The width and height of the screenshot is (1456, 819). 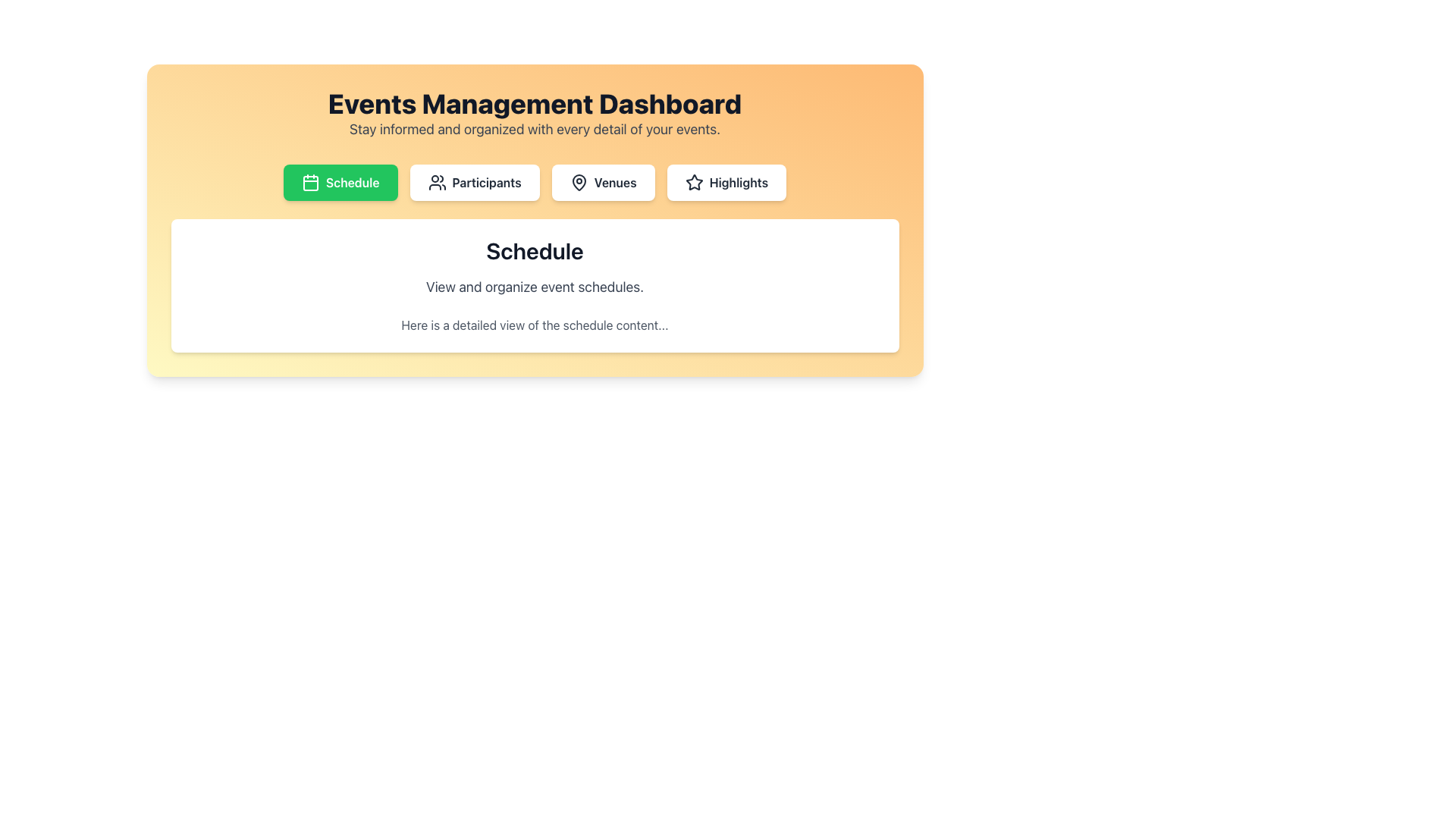 I want to click on the 'Participants' button, which features a user icon on the left and is located between the 'Schedule' and 'Venues' buttons in the Events Management Dashboard, so click(x=473, y=181).